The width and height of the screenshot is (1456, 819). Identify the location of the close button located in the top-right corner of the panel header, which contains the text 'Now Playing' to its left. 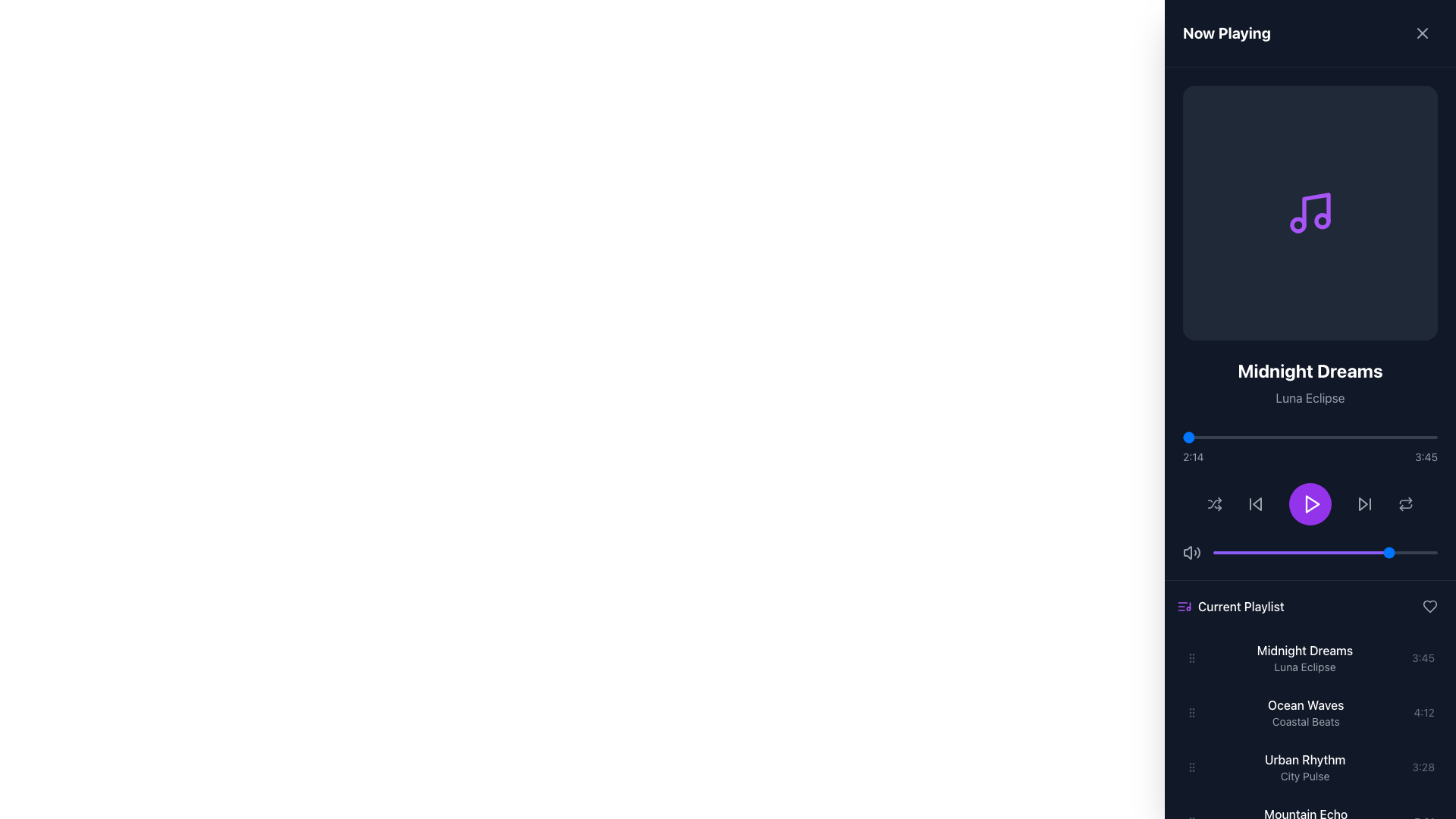
(1422, 33).